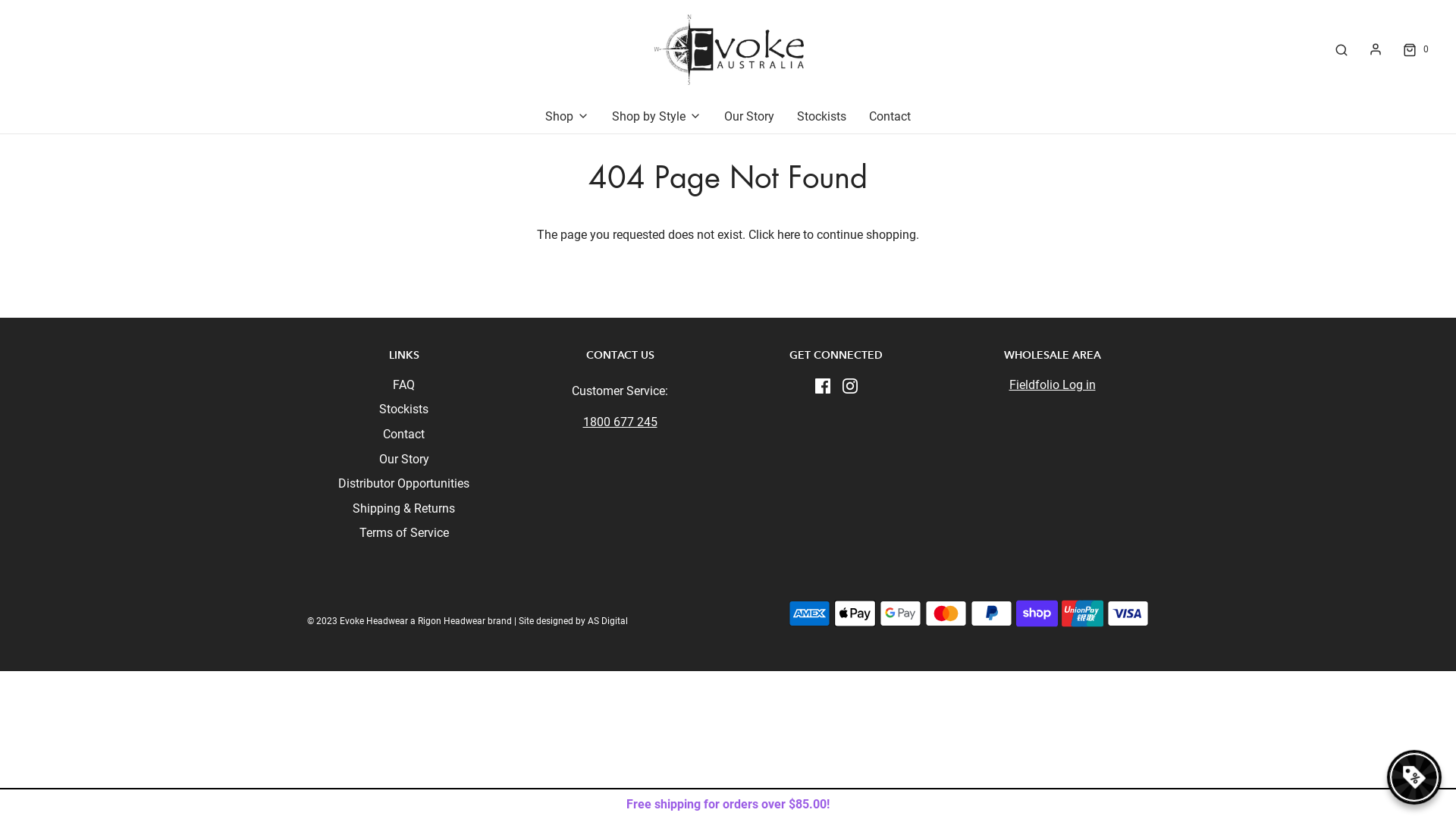 The height and width of the screenshot is (819, 1456). What do you see at coordinates (1341, 49) in the screenshot?
I see `'Search'` at bounding box center [1341, 49].